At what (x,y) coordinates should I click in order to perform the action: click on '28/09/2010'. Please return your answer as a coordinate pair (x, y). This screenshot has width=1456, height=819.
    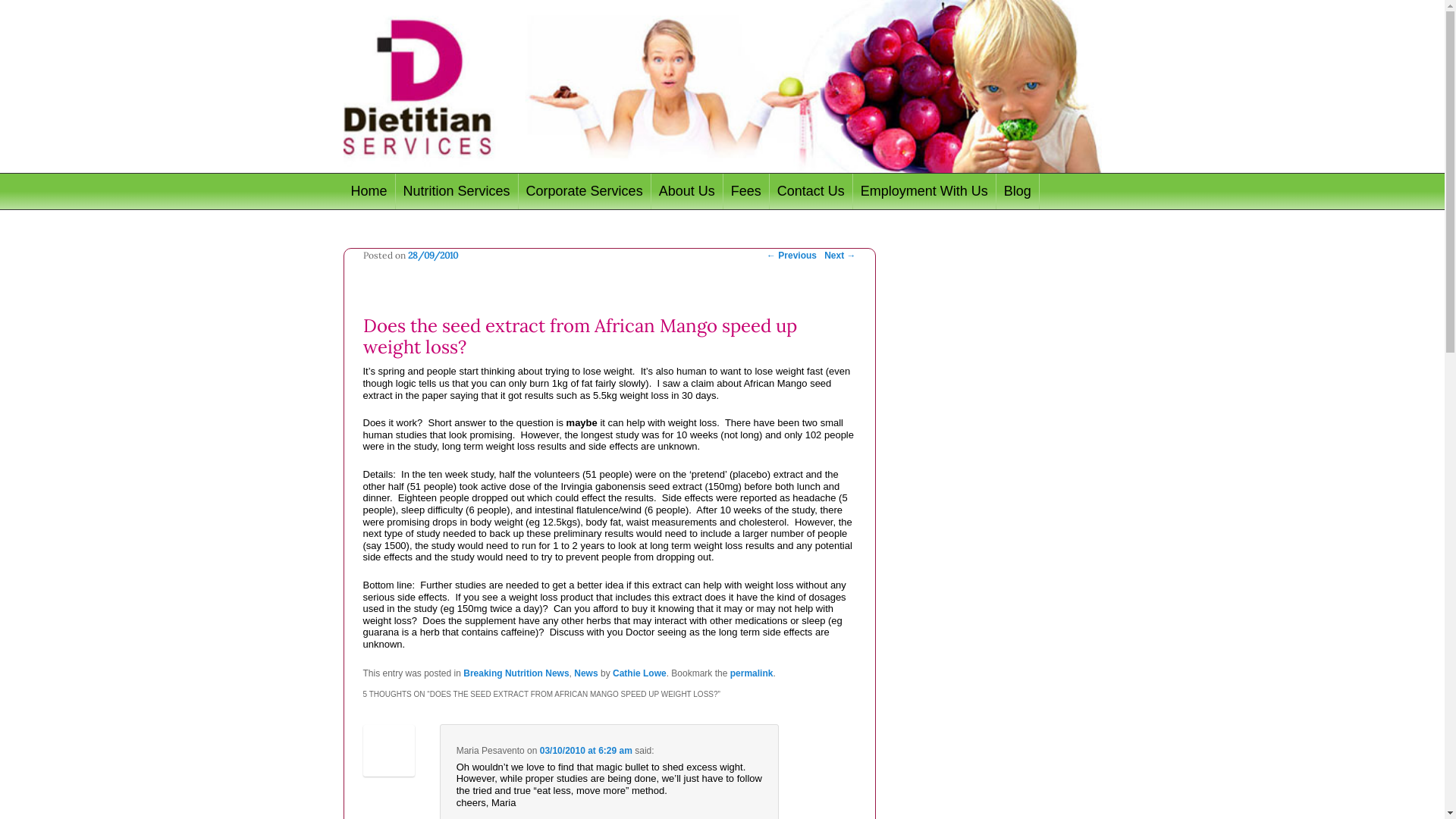
    Looking at the image, I should click on (407, 254).